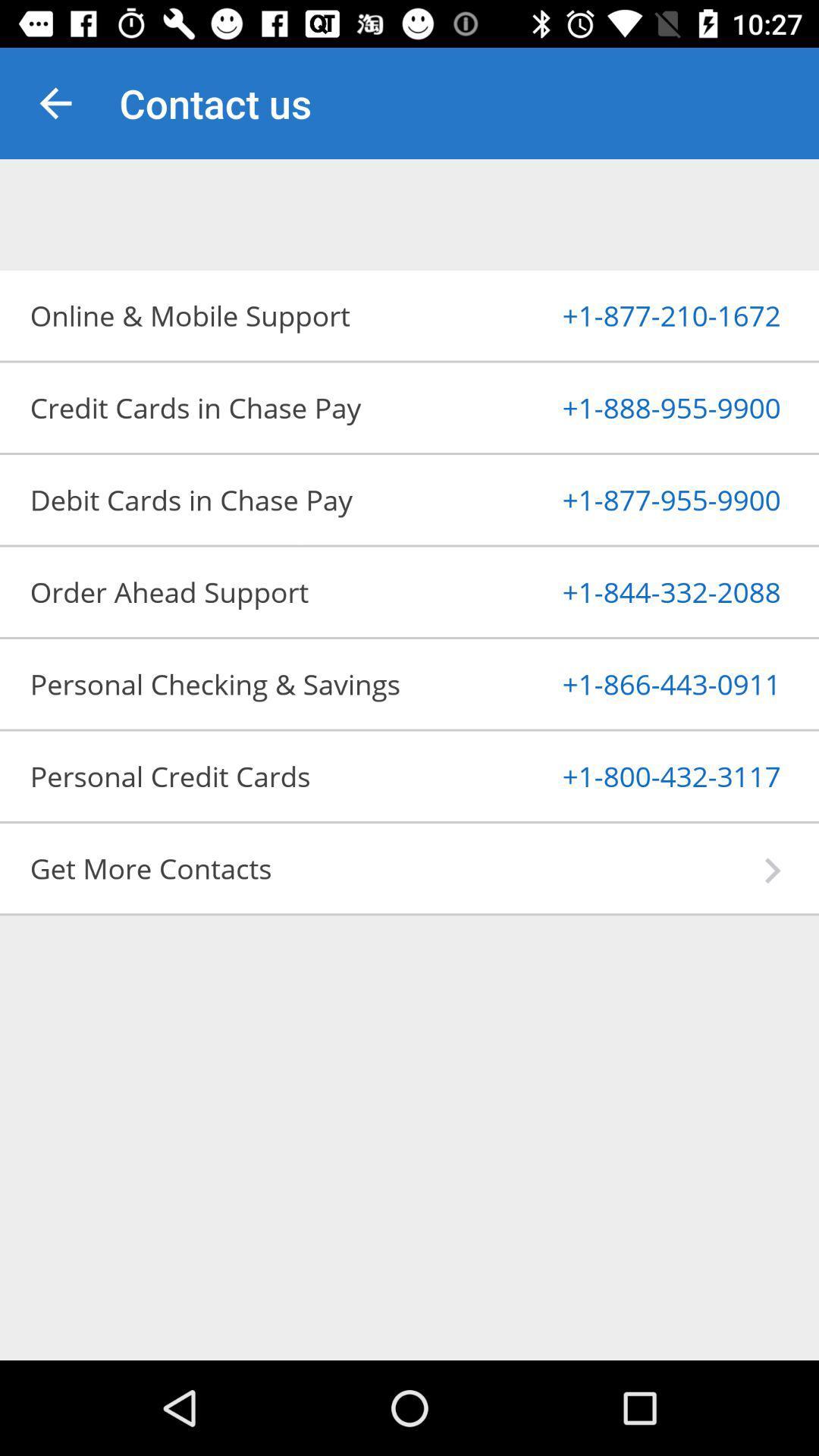 This screenshot has width=819, height=1456. What do you see at coordinates (635, 591) in the screenshot?
I see `1 844 332 app` at bounding box center [635, 591].